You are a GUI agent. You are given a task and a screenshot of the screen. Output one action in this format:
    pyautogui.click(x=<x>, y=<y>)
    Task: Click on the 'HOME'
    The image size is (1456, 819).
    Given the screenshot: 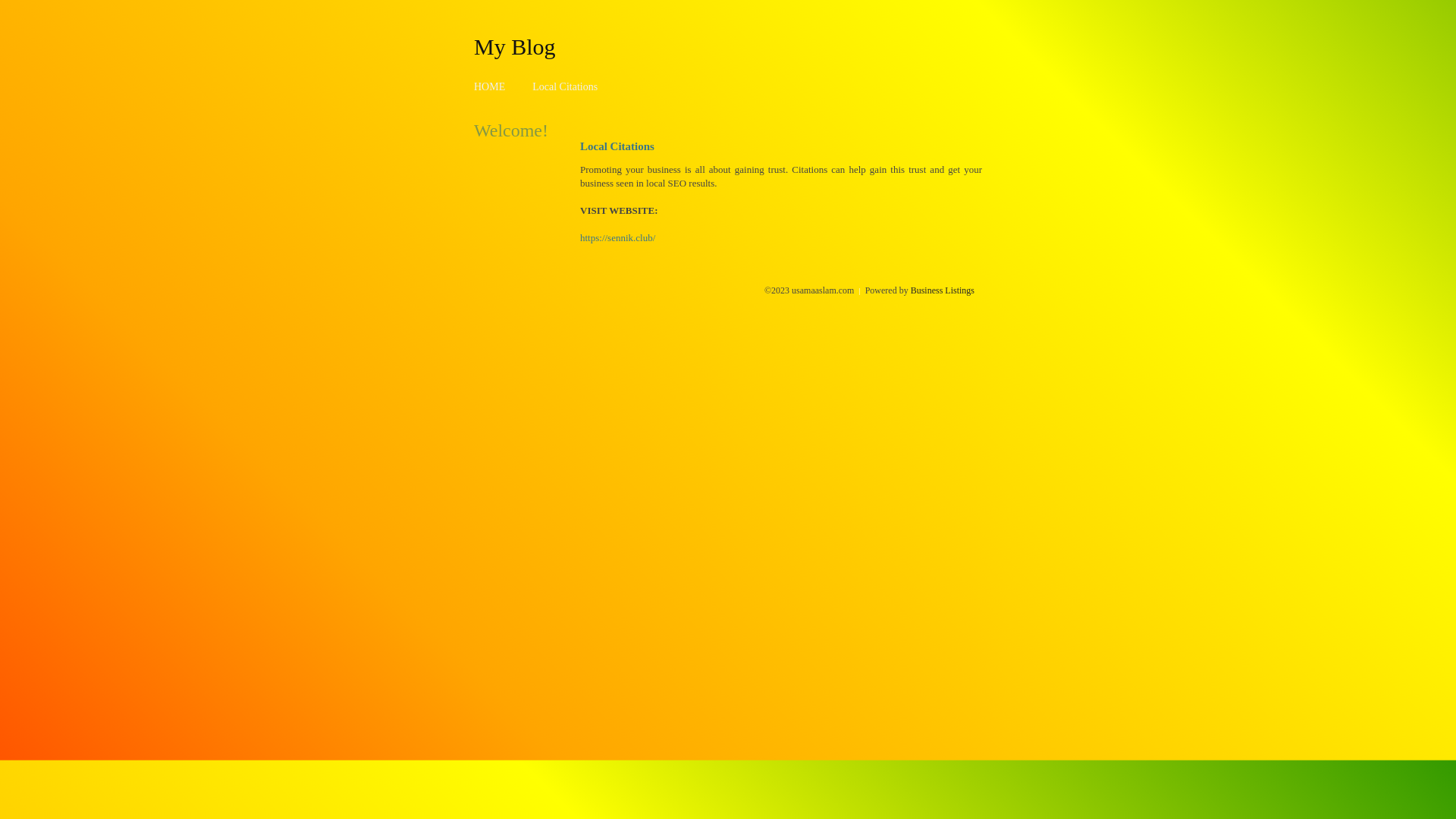 What is the action you would take?
    pyautogui.click(x=489, y=86)
    